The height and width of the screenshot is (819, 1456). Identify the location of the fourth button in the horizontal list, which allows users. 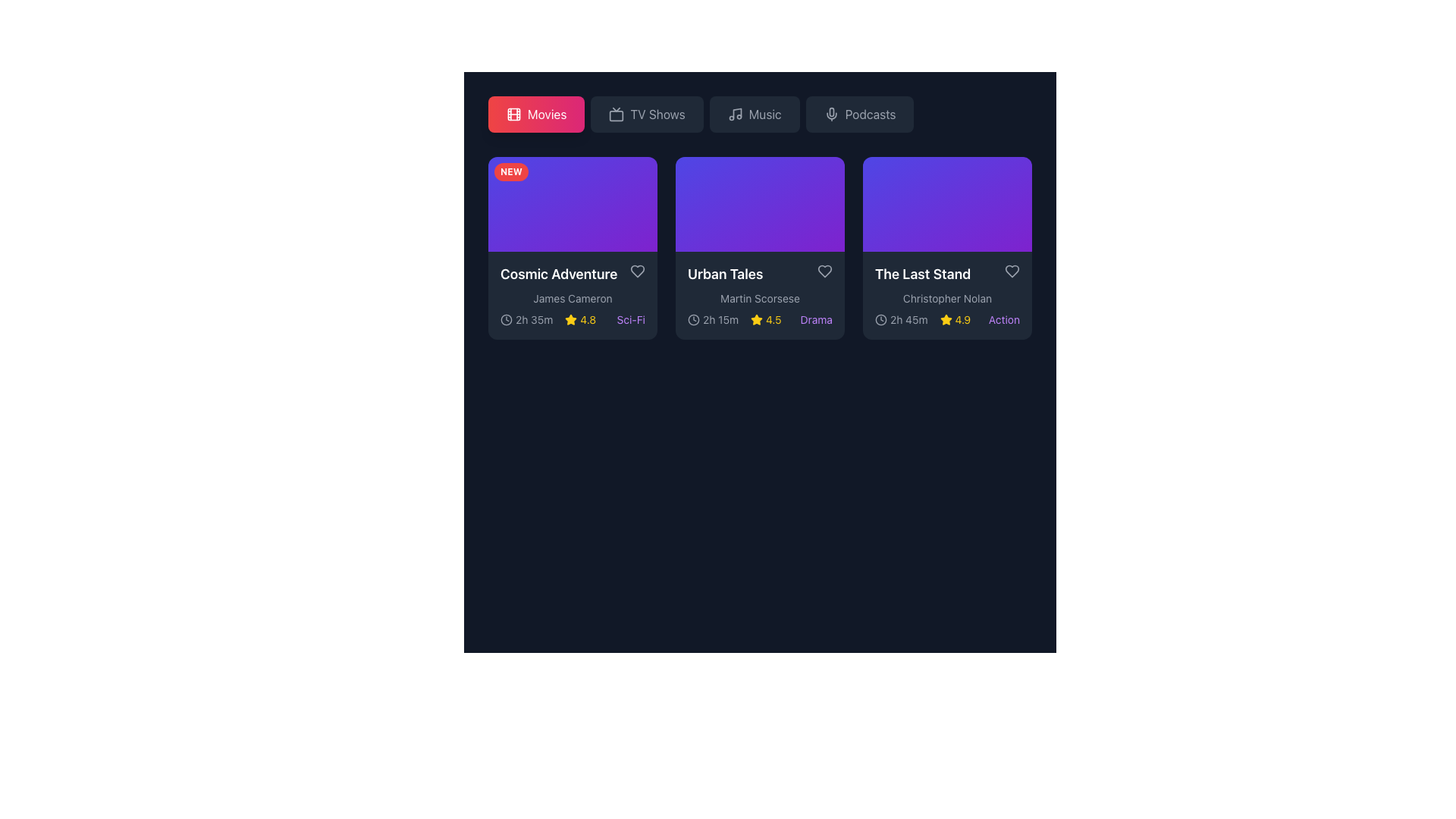
(860, 113).